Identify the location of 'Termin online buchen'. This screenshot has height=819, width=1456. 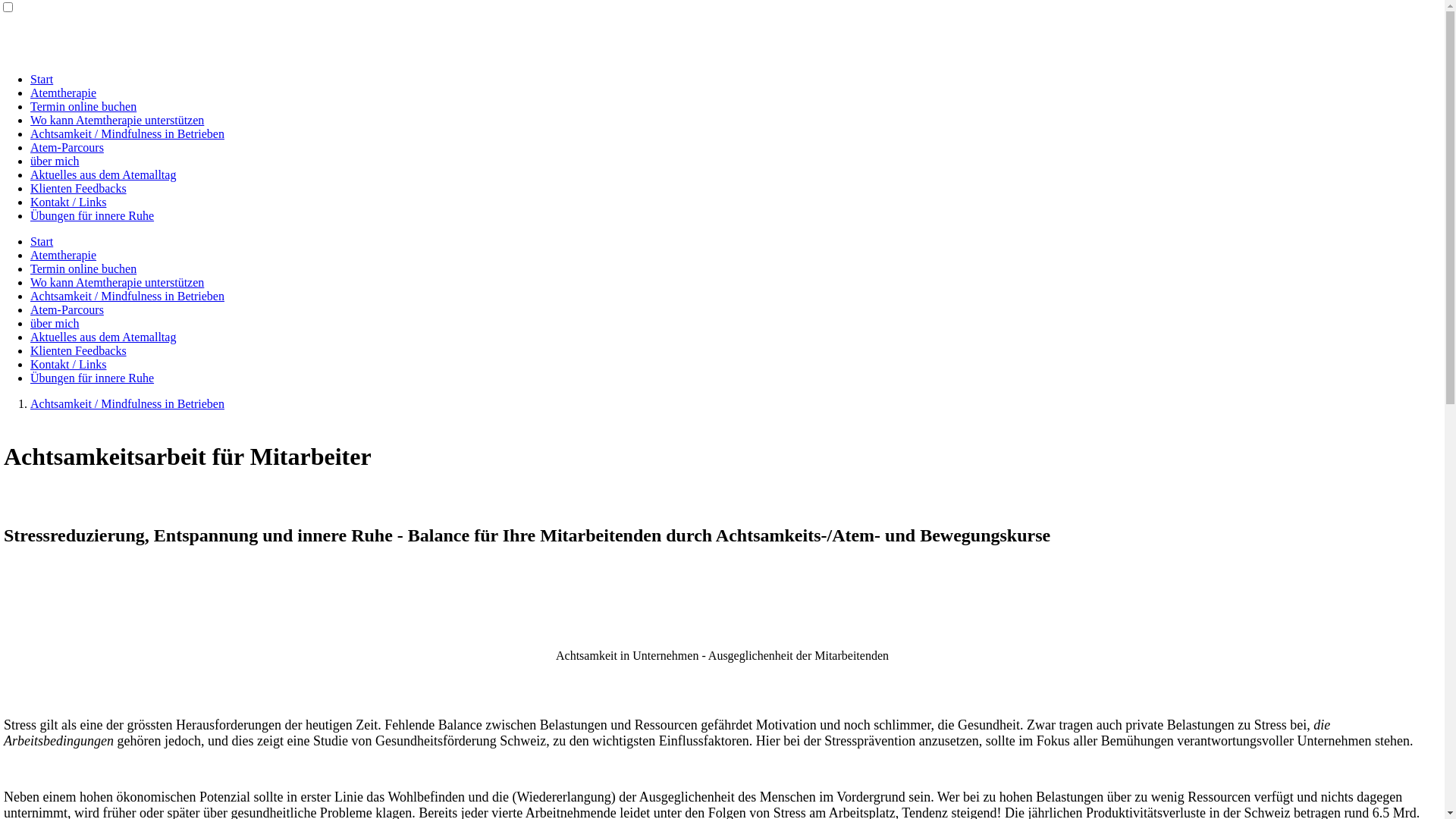
(83, 268).